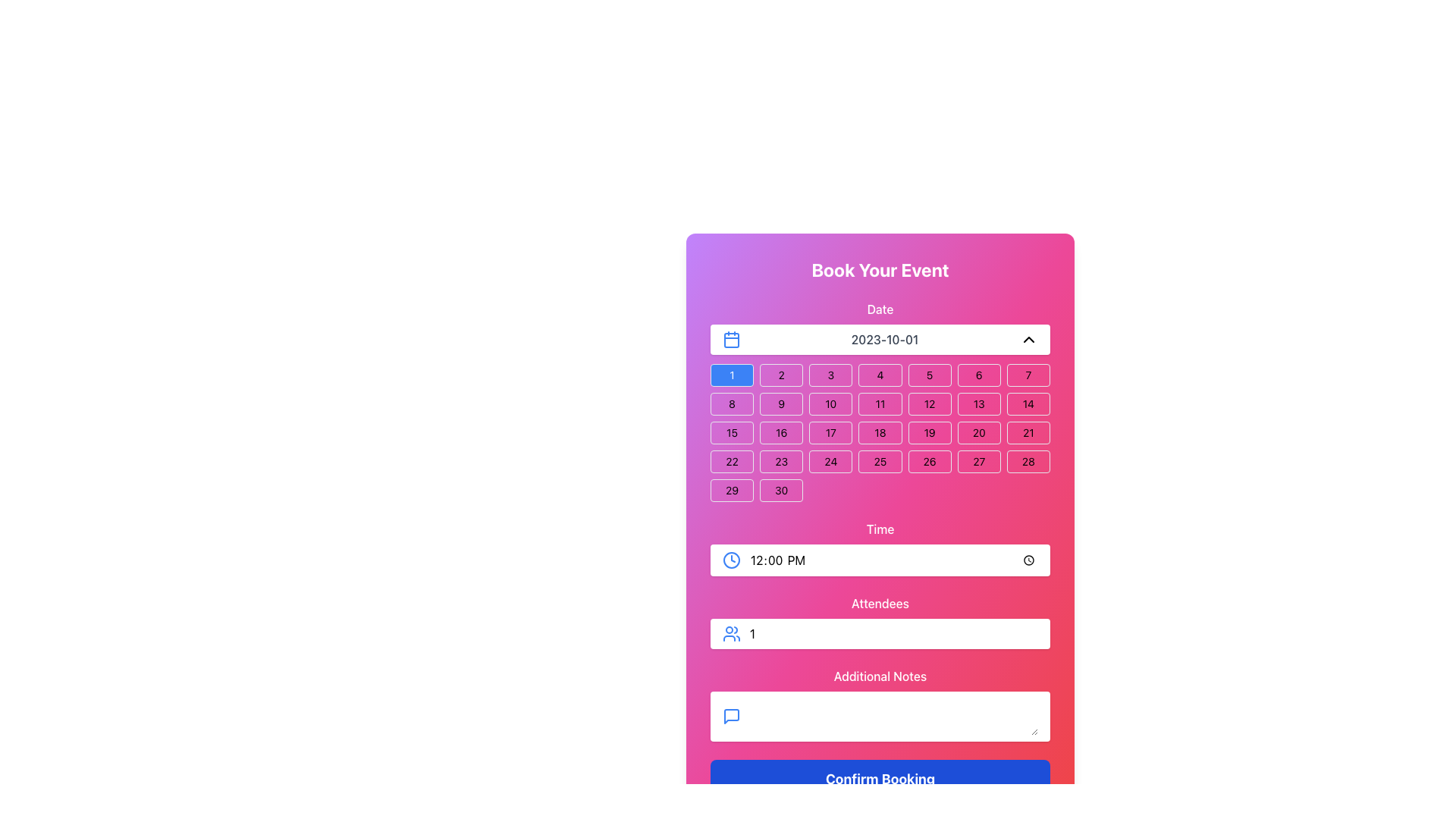 This screenshot has height=819, width=1456. I want to click on the pink rectangular button labeled '11' in the second row of the calendar grid, so click(880, 403).